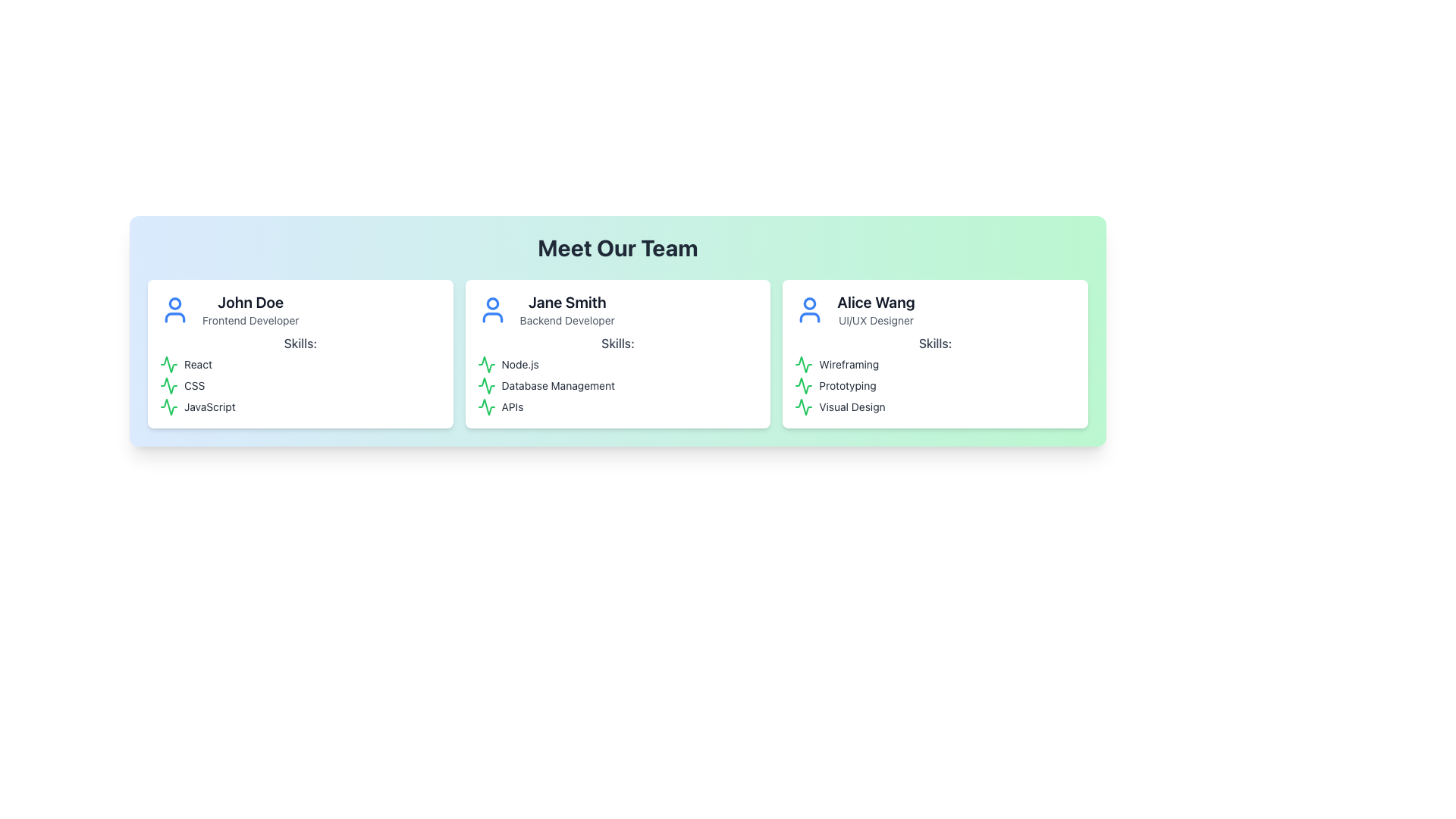  Describe the element at coordinates (876, 309) in the screenshot. I see `information displayed in the text label that identifies a team member's name and their role within the organization, located in the rightmost card under 'Meet Our Team'` at that location.